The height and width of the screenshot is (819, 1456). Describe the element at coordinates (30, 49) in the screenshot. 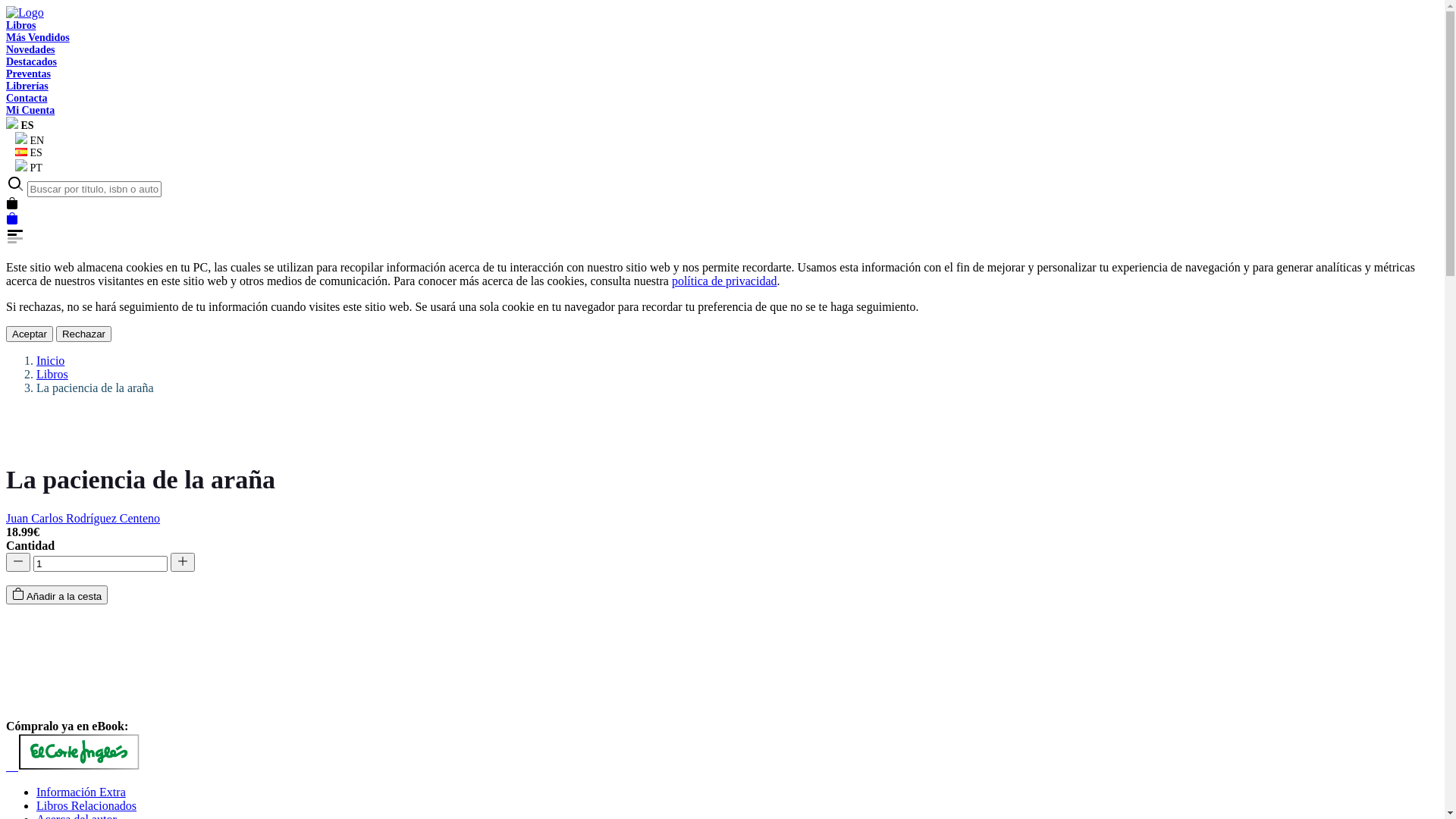

I see `'Novedades'` at that location.